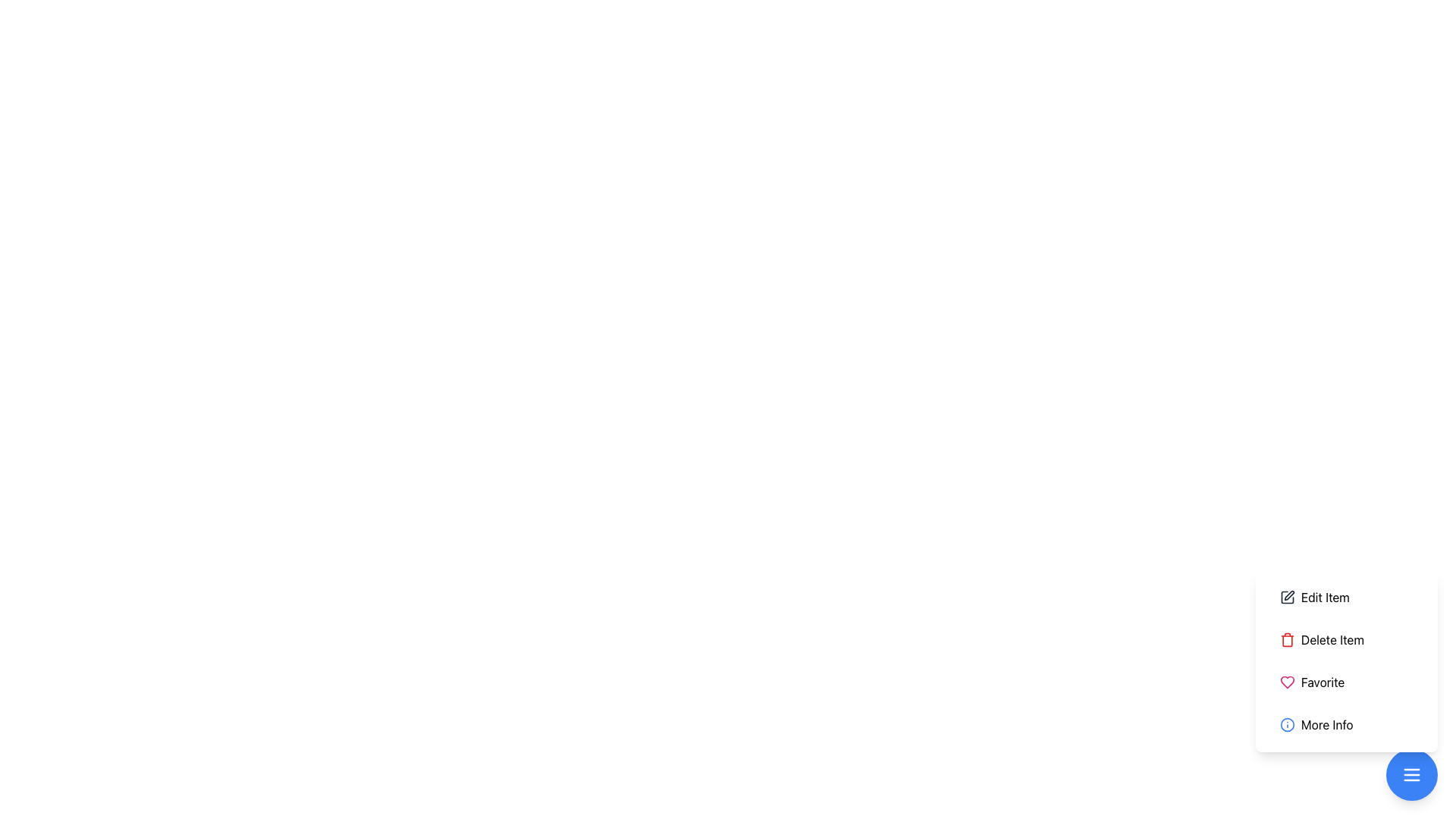  Describe the element at coordinates (1324, 596) in the screenshot. I see `the 'Edit Item' button located` at that location.